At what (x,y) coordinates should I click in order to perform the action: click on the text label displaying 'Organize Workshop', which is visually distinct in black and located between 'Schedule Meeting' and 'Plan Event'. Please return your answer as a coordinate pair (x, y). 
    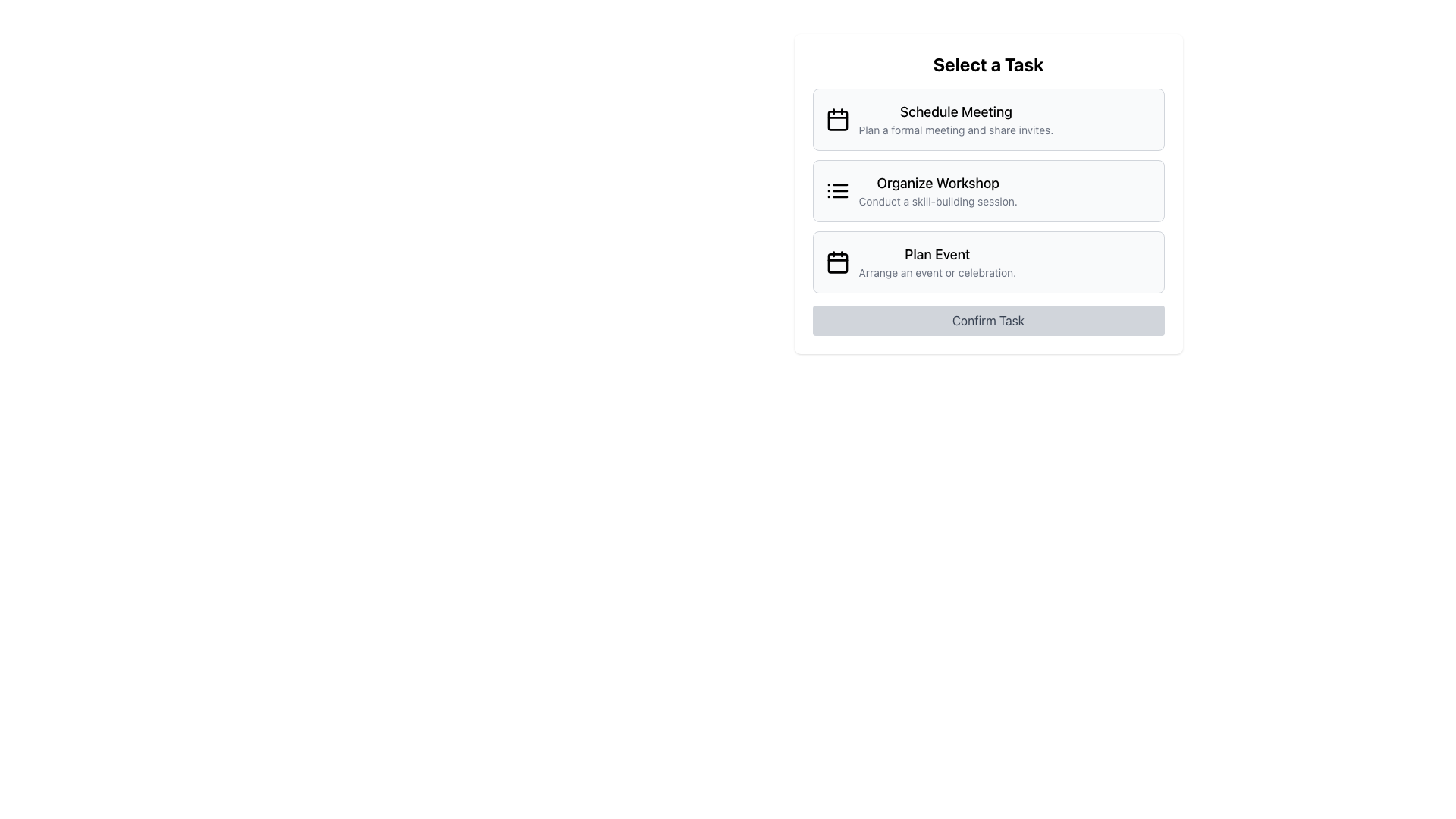
    Looking at the image, I should click on (937, 183).